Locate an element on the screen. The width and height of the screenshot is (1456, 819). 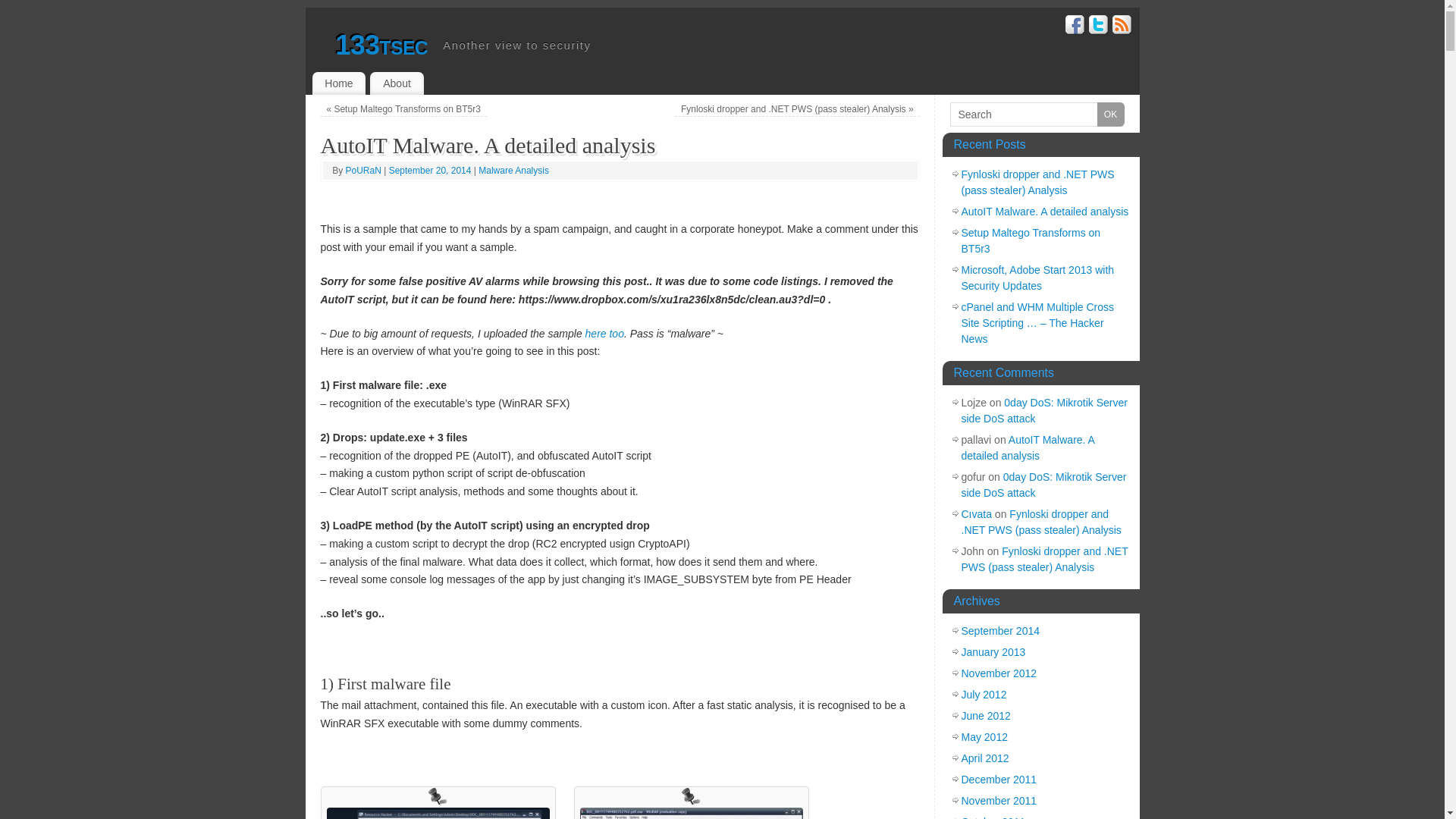
'September 20, 2014' is located at coordinates (431, 170).